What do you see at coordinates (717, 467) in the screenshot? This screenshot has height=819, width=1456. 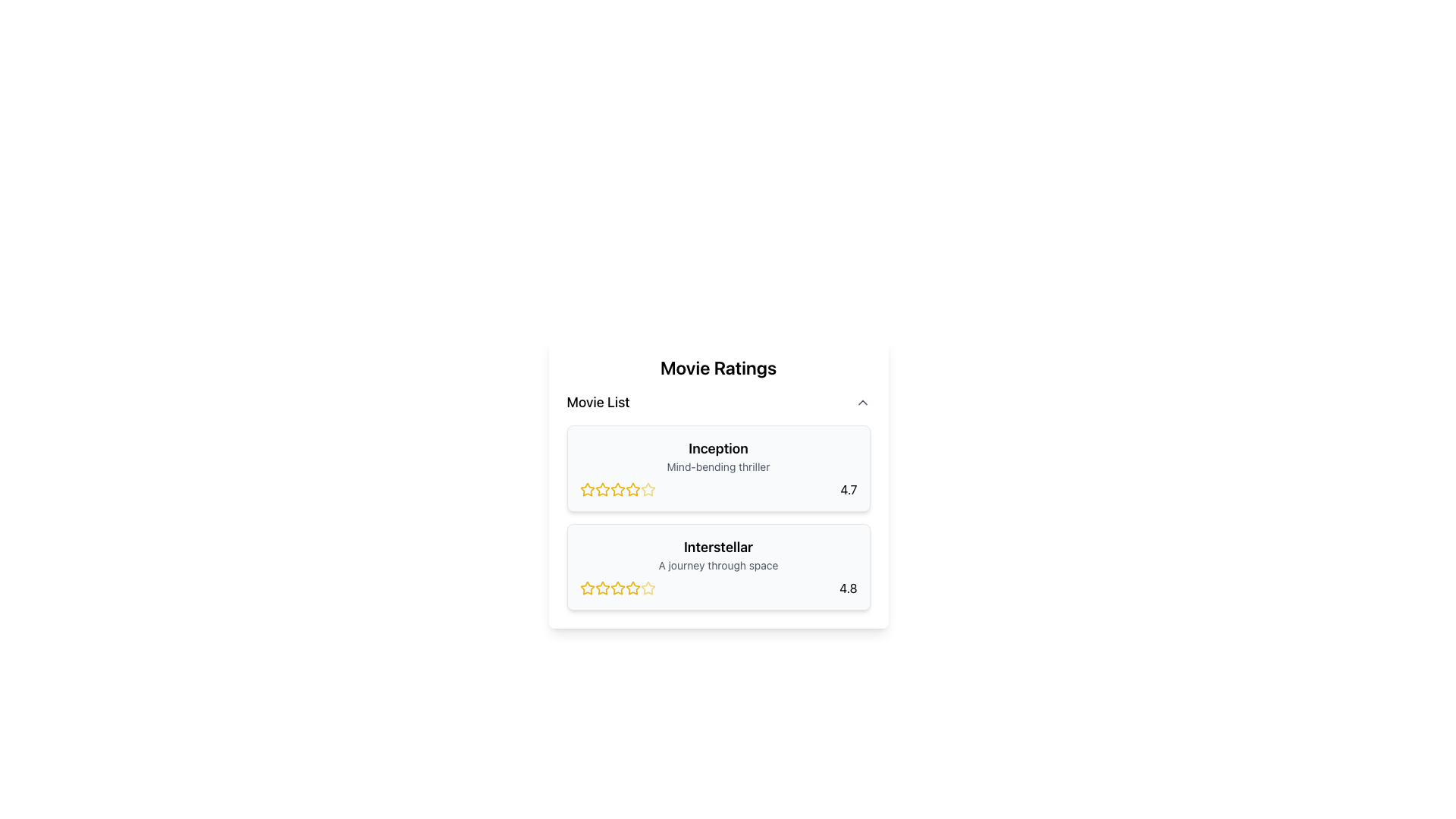 I see `the movie card representing 'Inception', which is the first card in a vertical list of movie entries` at bounding box center [717, 467].